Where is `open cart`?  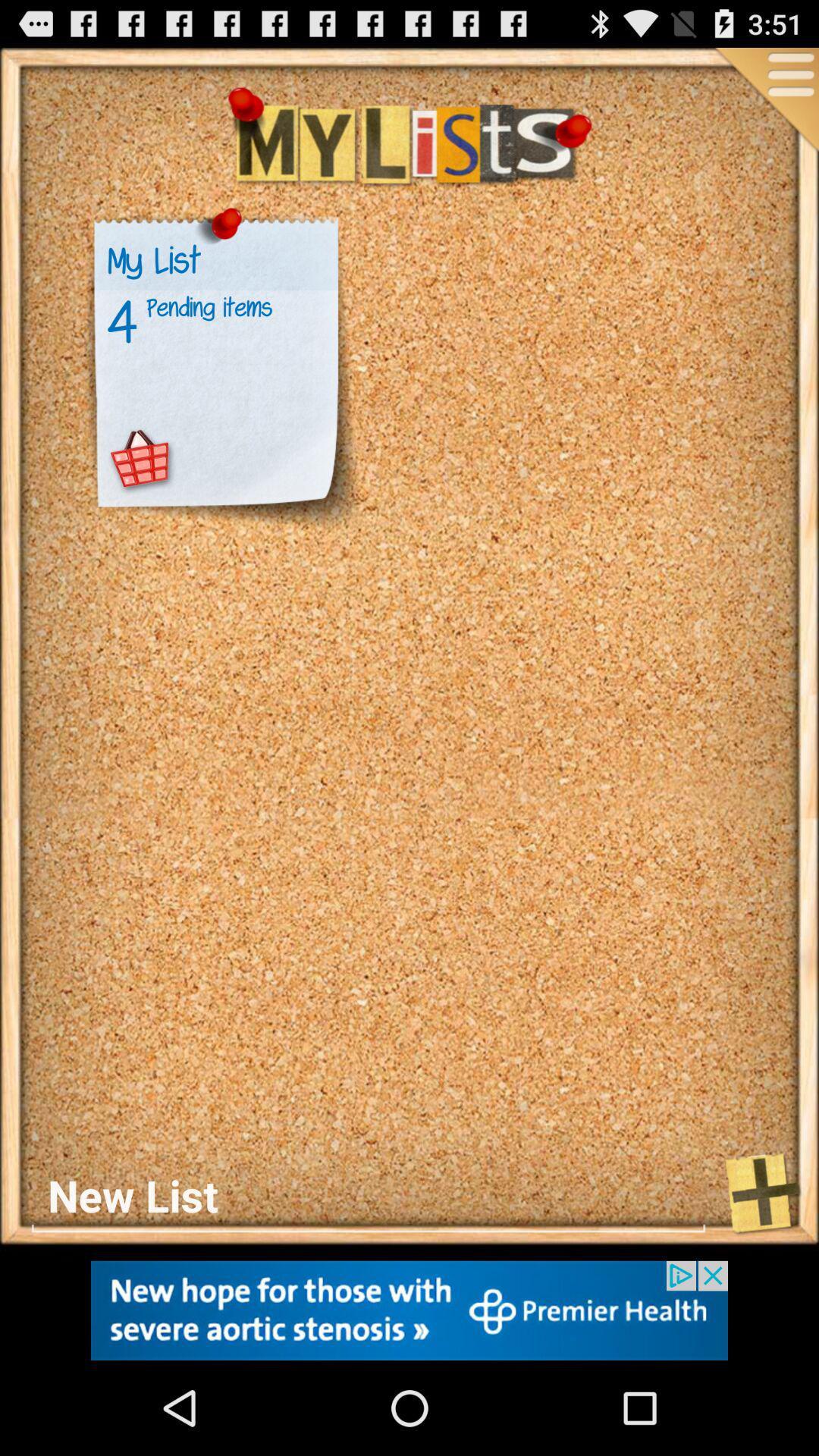
open cart is located at coordinates (141, 460).